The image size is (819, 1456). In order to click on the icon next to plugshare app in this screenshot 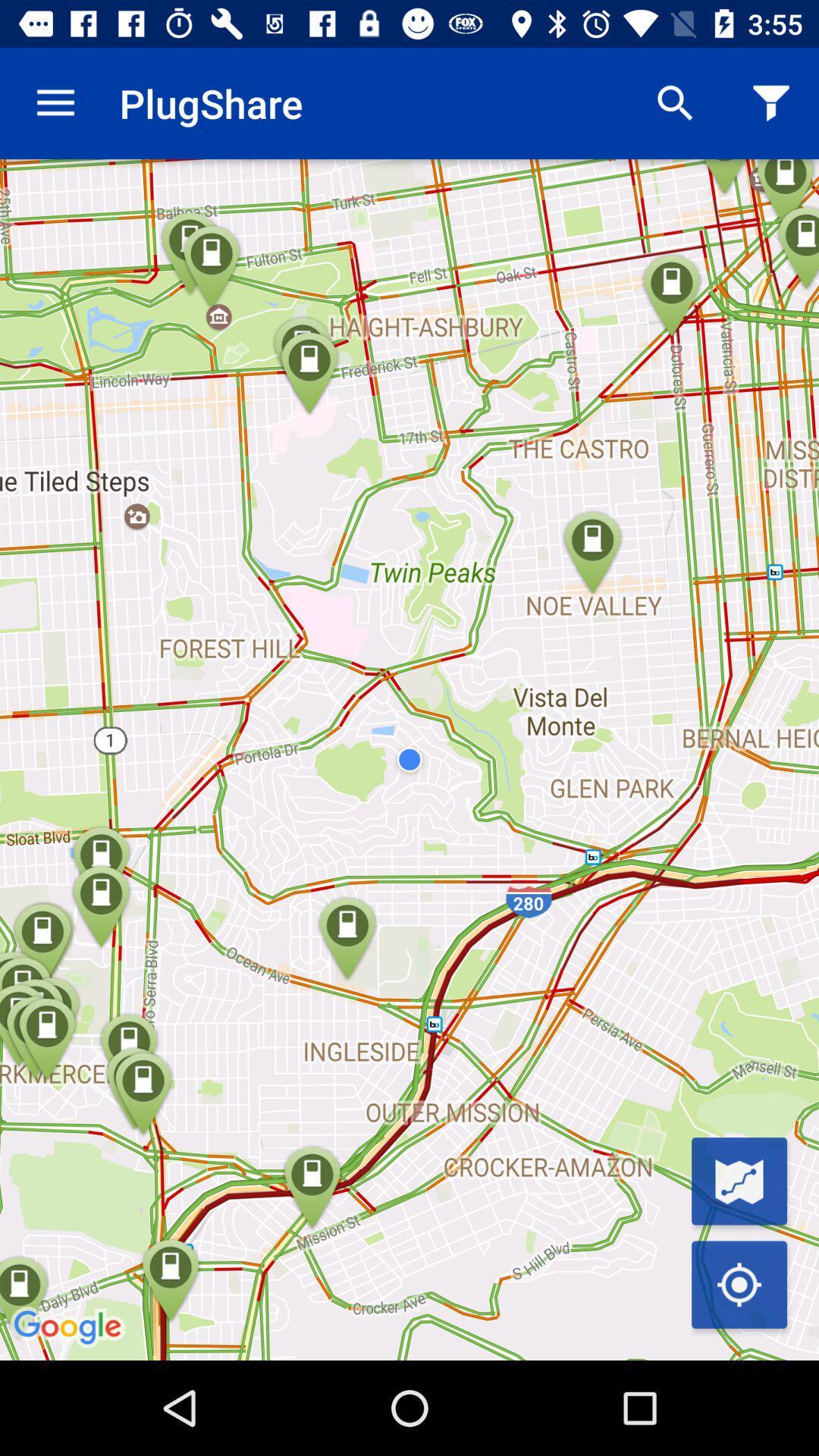, I will do `click(55, 102)`.